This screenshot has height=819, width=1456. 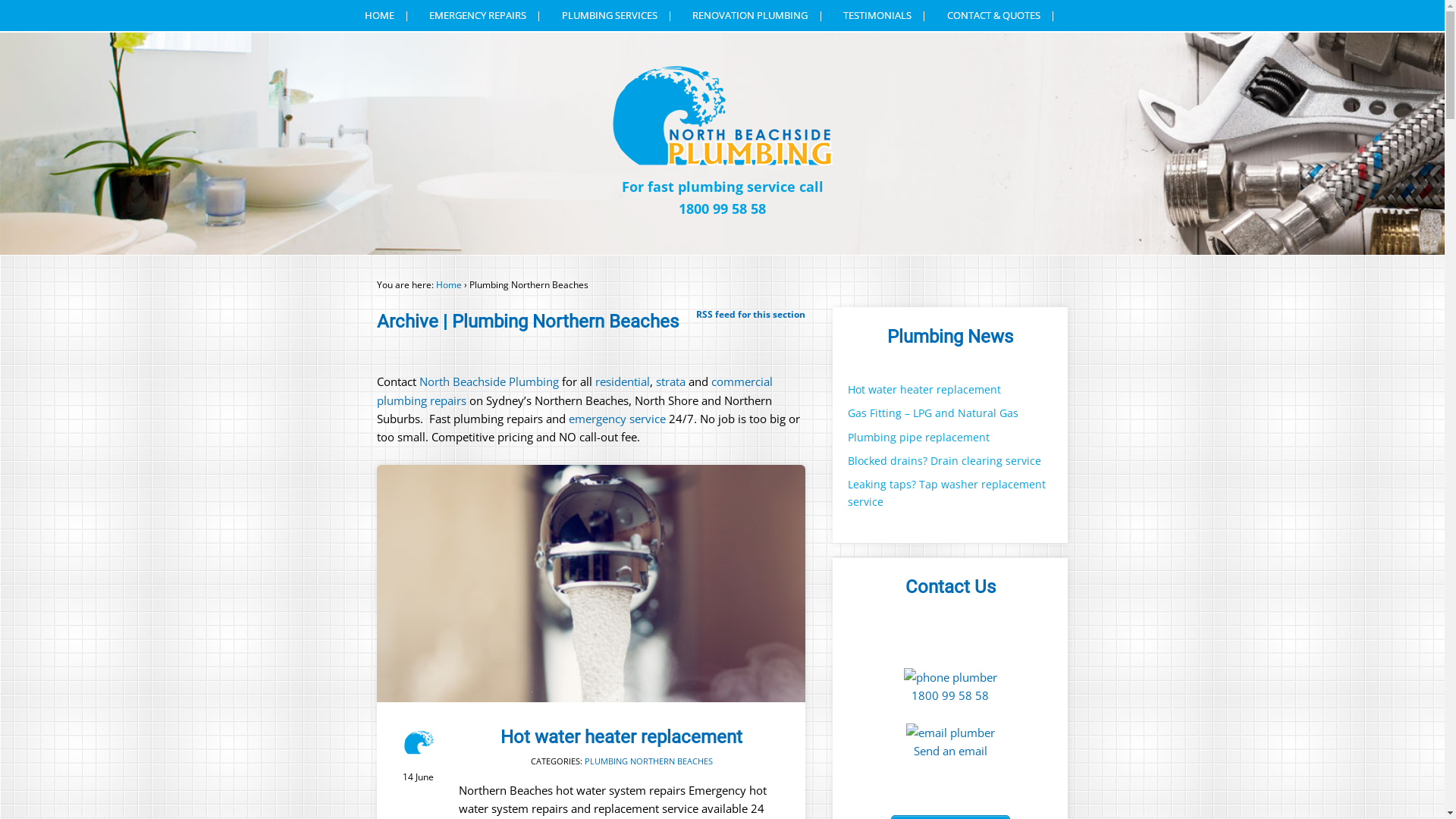 What do you see at coordinates (584, 761) in the screenshot?
I see `'PLUMBING NORTHERN BEACHES'` at bounding box center [584, 761].